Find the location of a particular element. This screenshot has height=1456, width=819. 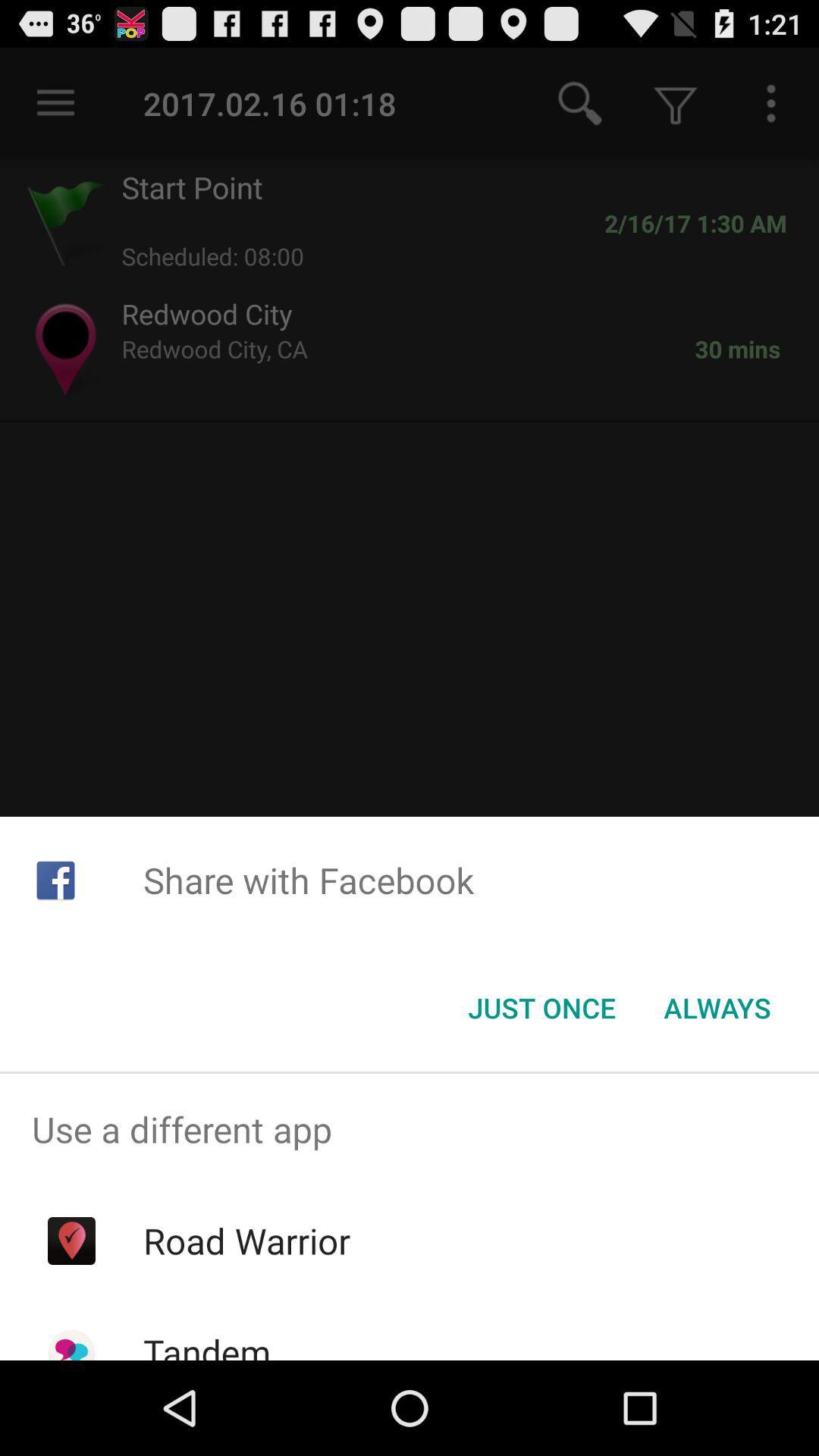

icon below the share with facebook is located at coordinates (541, 1008).